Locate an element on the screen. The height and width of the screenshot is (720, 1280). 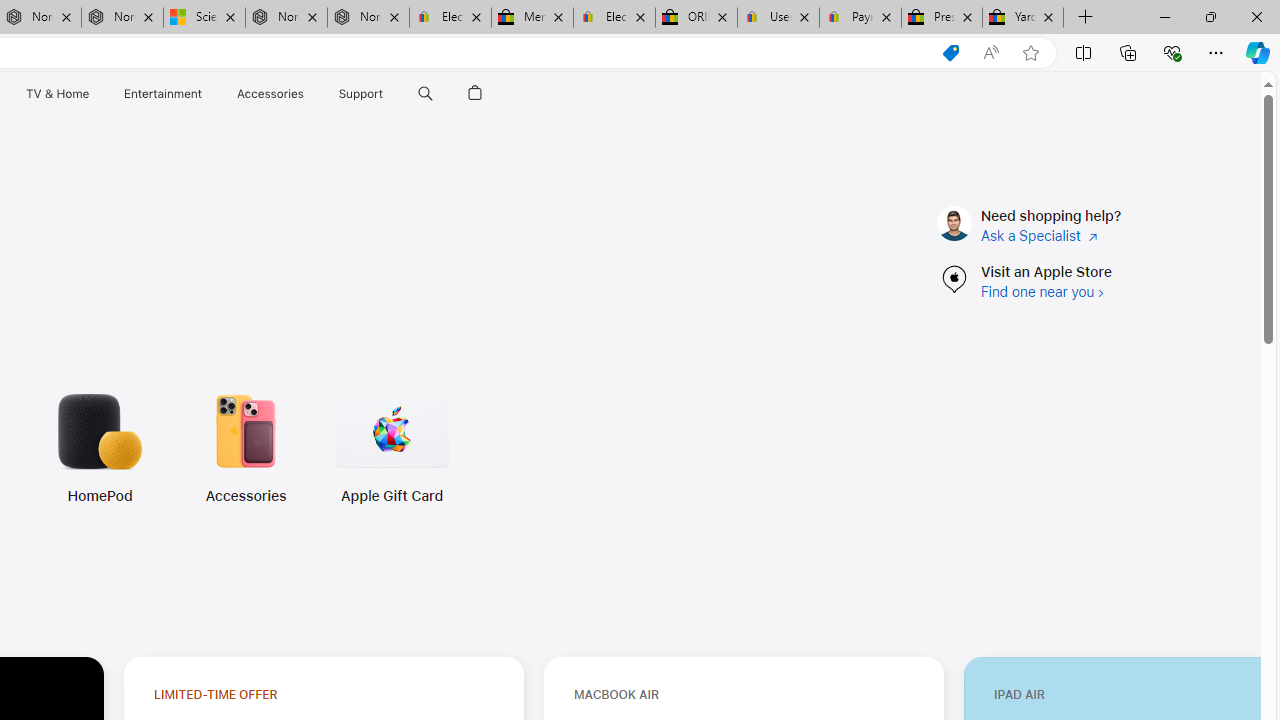
'Shopping Bag' is located at coordinates (474, 93).